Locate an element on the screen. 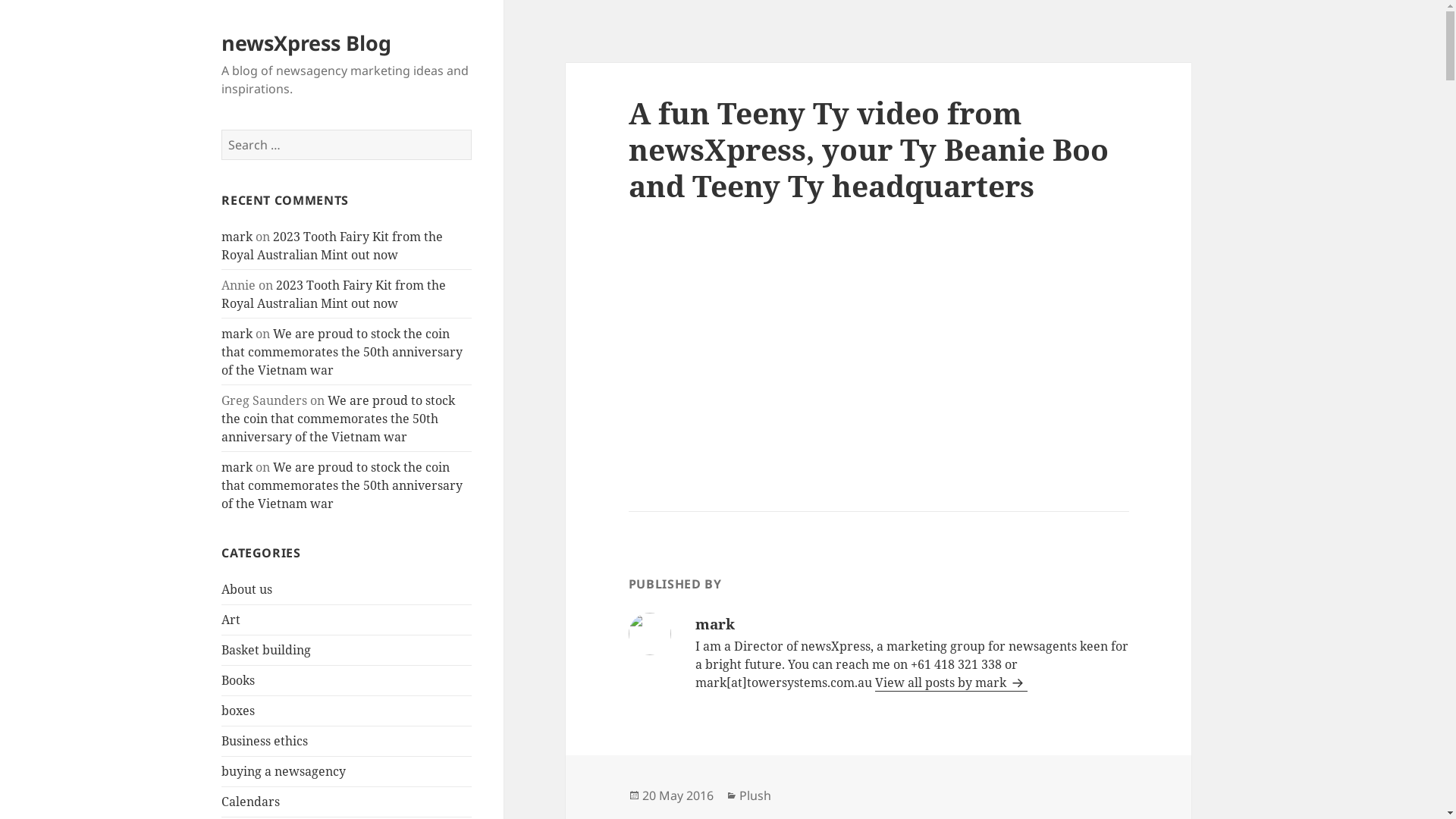  'Business ethics' is located at coordinates (265, 739).